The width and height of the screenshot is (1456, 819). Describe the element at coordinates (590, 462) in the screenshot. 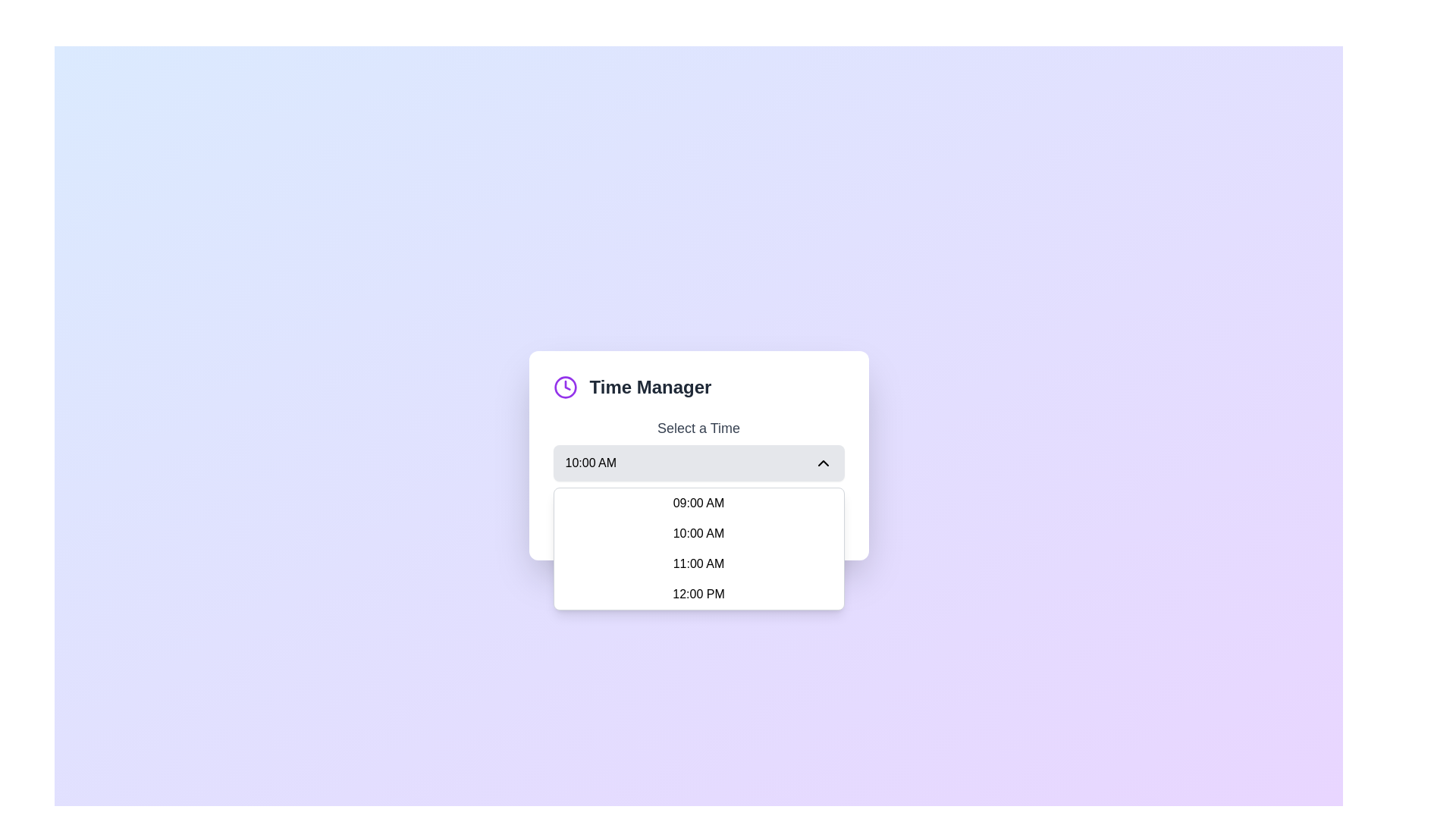

I see `time displayed in the text label indicating the currently selected time within the dropdown menu located below the 'Select a Time' label` at that location.